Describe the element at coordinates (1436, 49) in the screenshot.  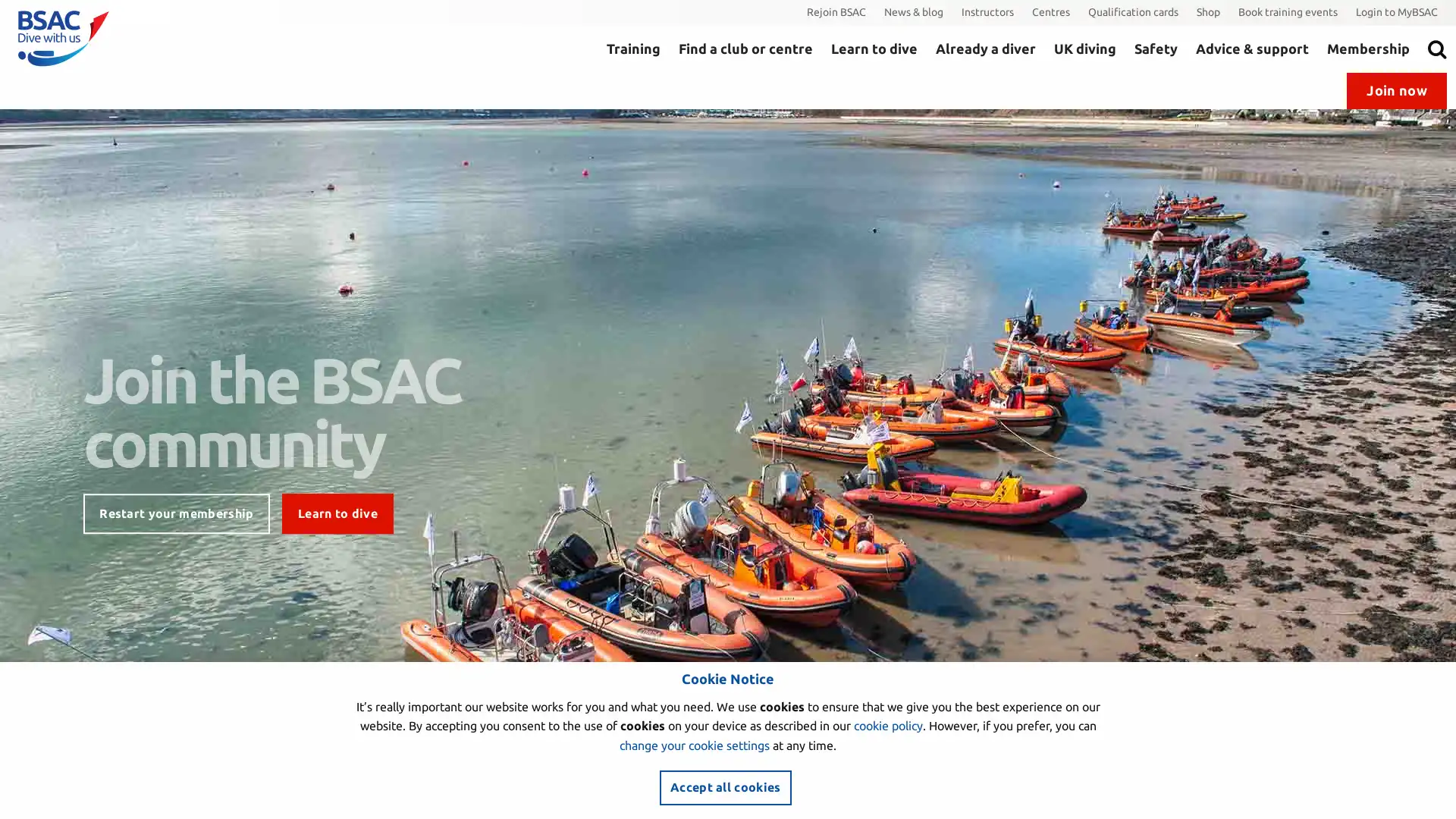
I see `Search` at that location.